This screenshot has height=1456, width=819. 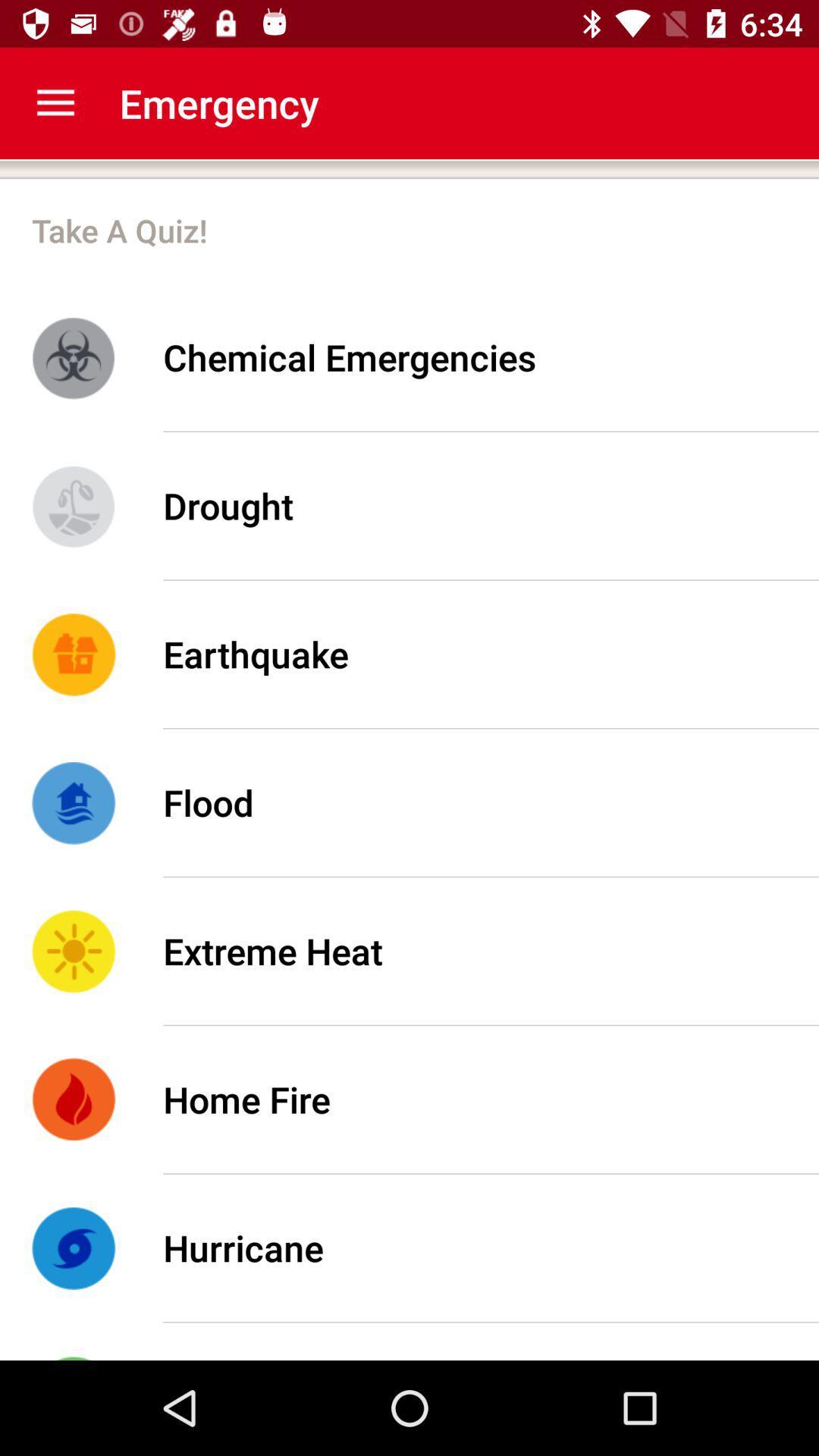 I want to click on the item to the left of emergency icon, so click(x=55, y=102).